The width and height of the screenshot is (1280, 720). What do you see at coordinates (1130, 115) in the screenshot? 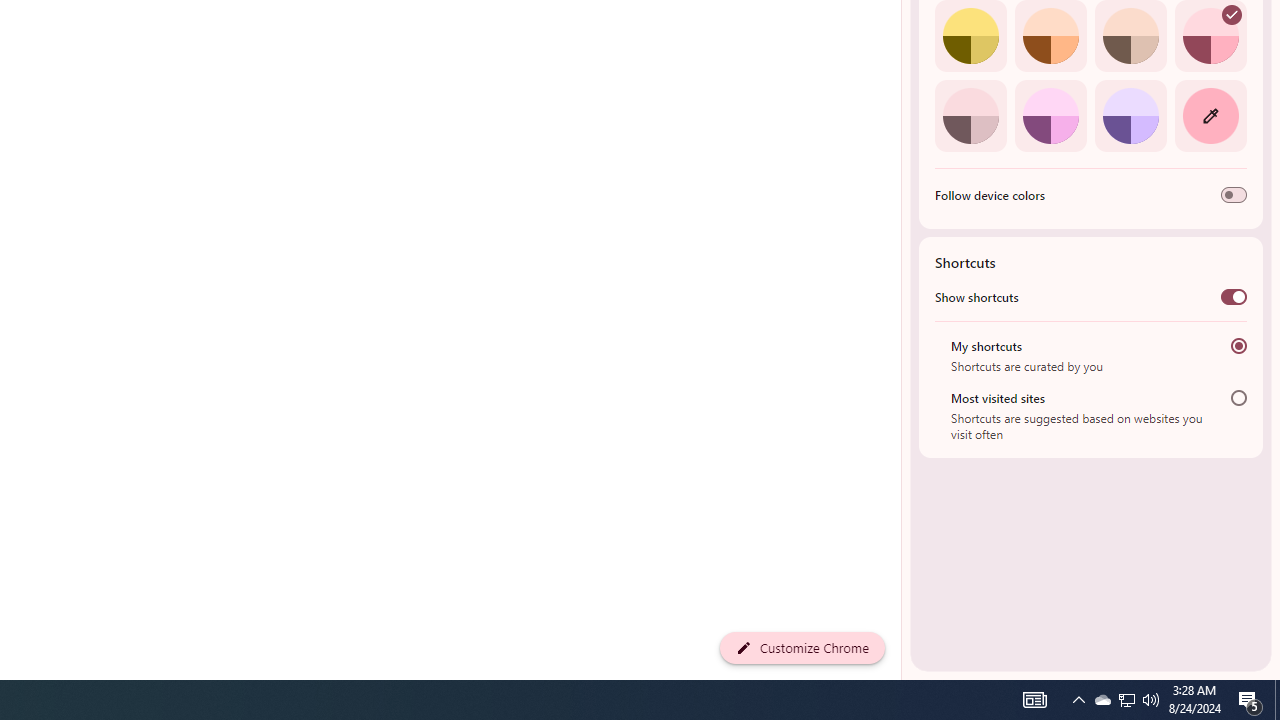
I see `'Violet'` at bounding box center [1130, 115].